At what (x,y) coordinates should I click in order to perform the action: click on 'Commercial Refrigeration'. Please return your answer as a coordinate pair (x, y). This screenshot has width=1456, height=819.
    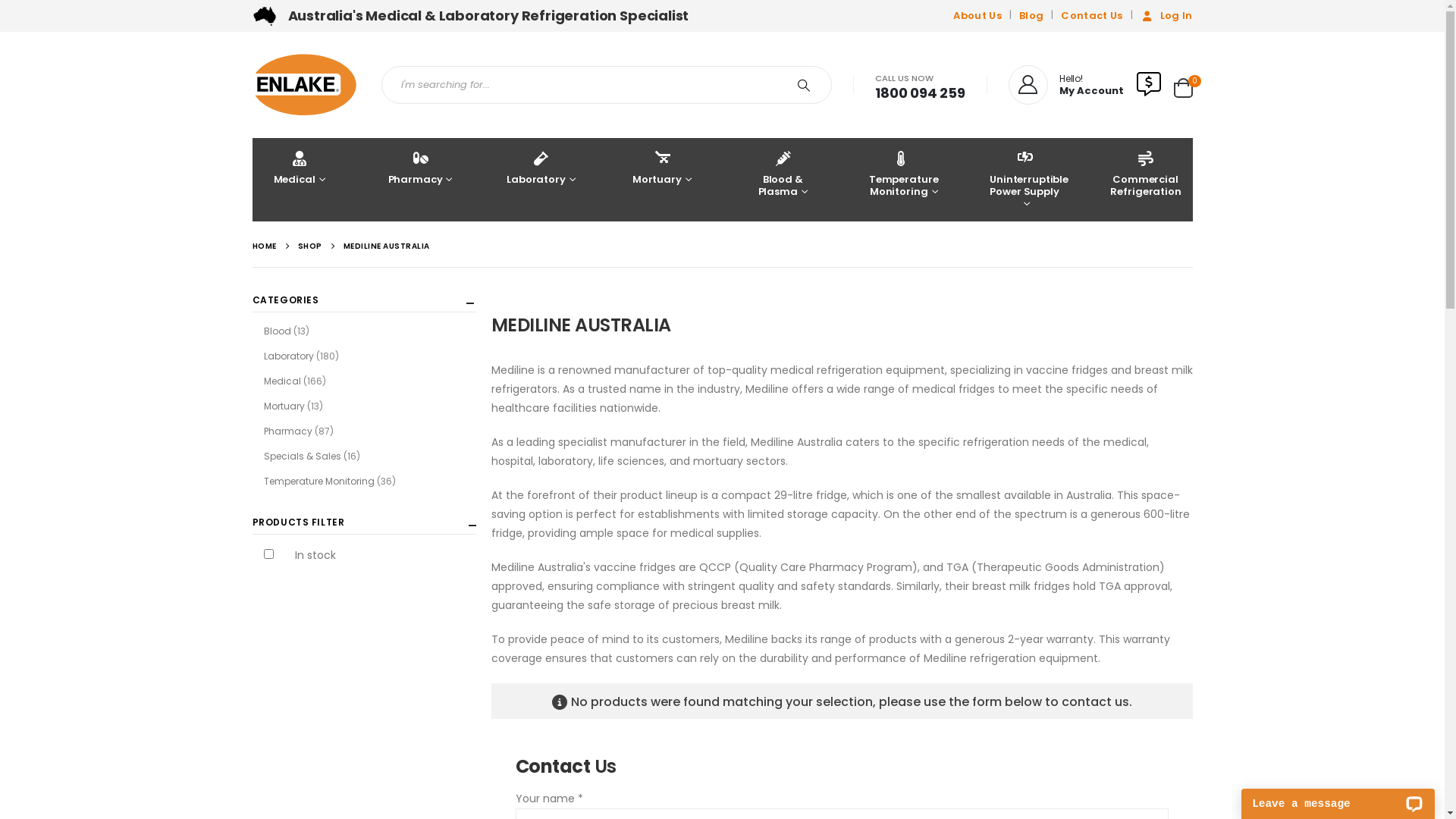
    Looking at the image, I should click on (1145, 178).